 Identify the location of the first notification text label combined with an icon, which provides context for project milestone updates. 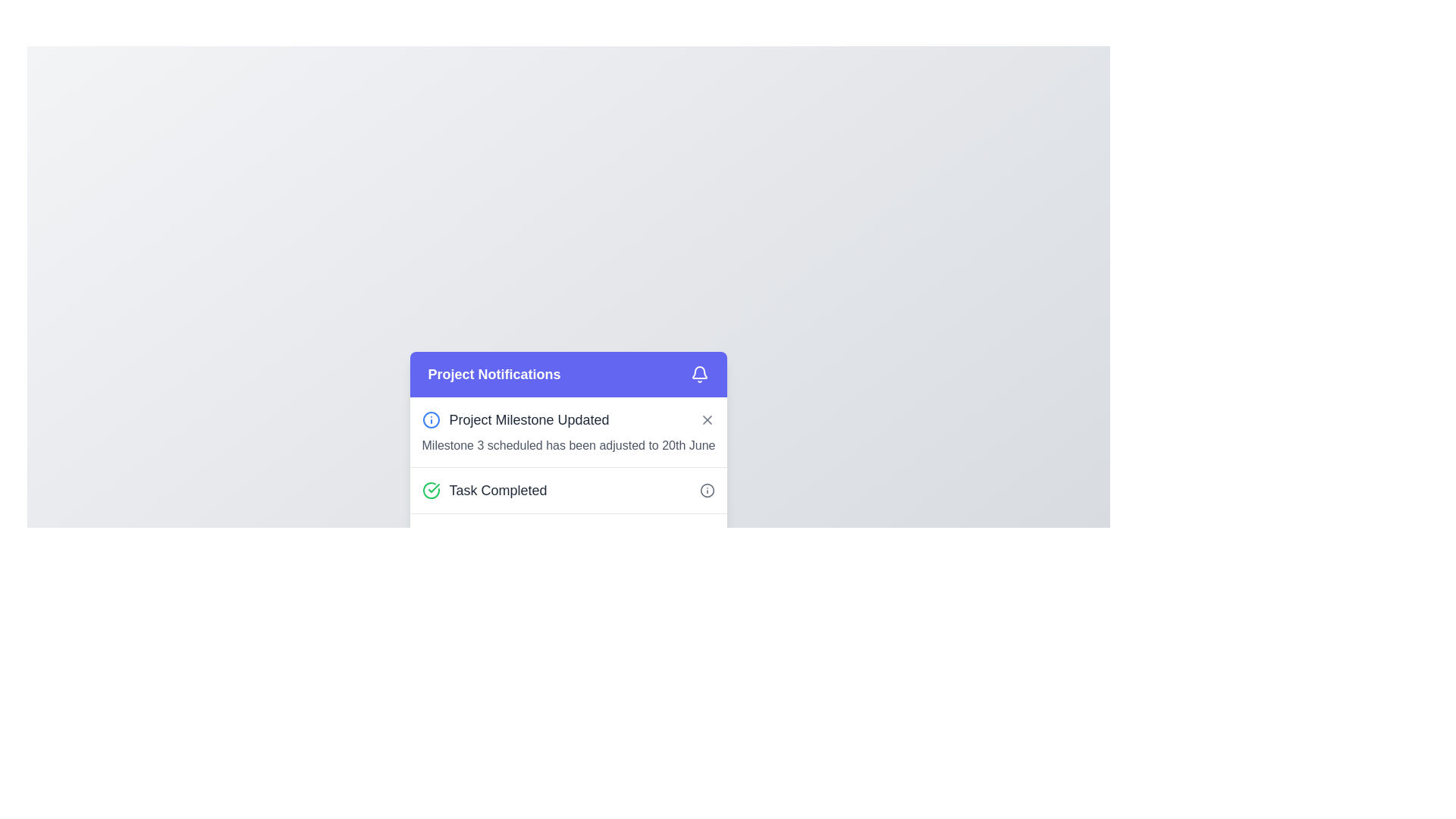
(516, 420).